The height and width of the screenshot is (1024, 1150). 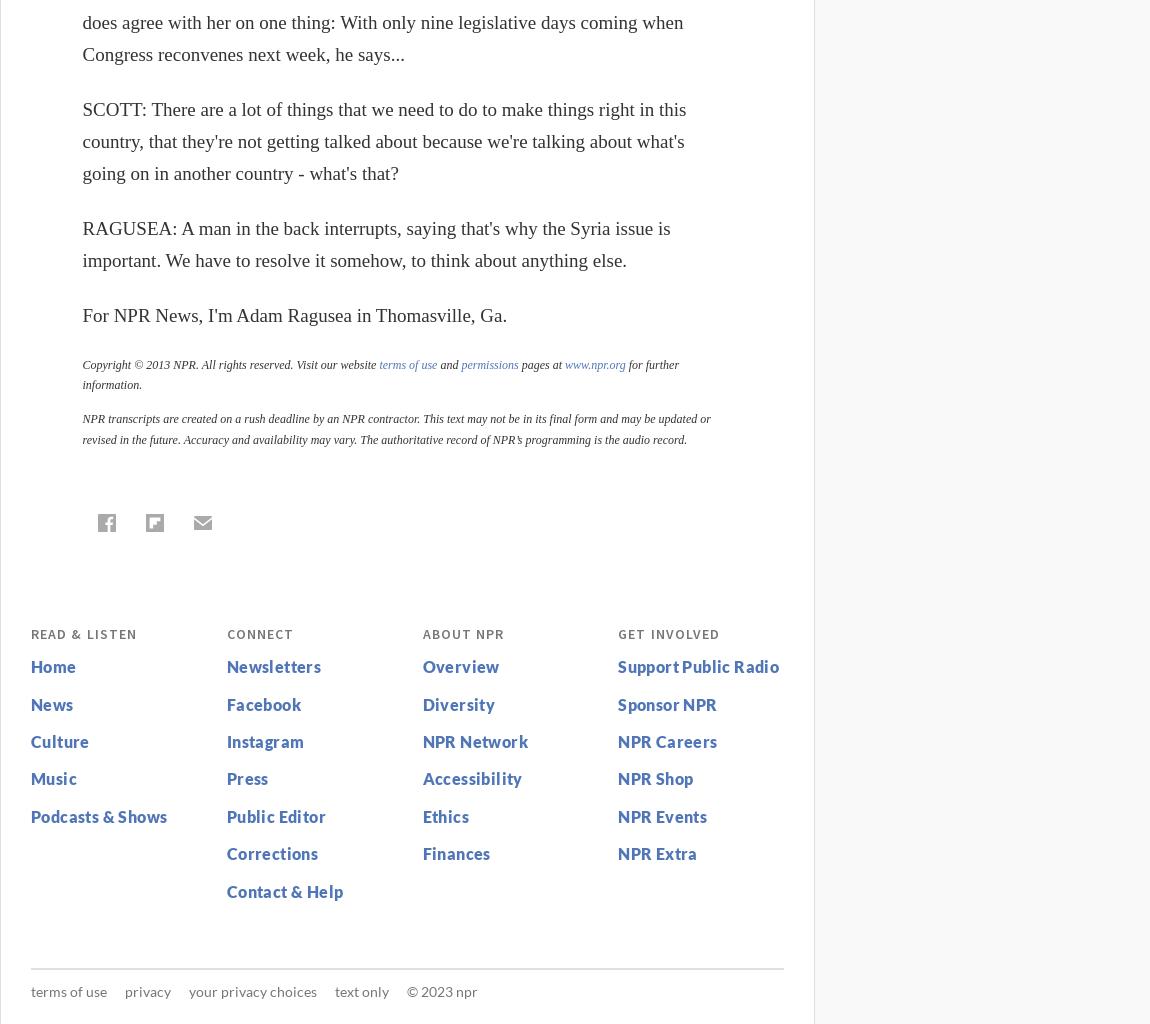 What do you see at coordinates (50, 703) in the screenshot?
I see `'News'` at bounding box center [50, 703].